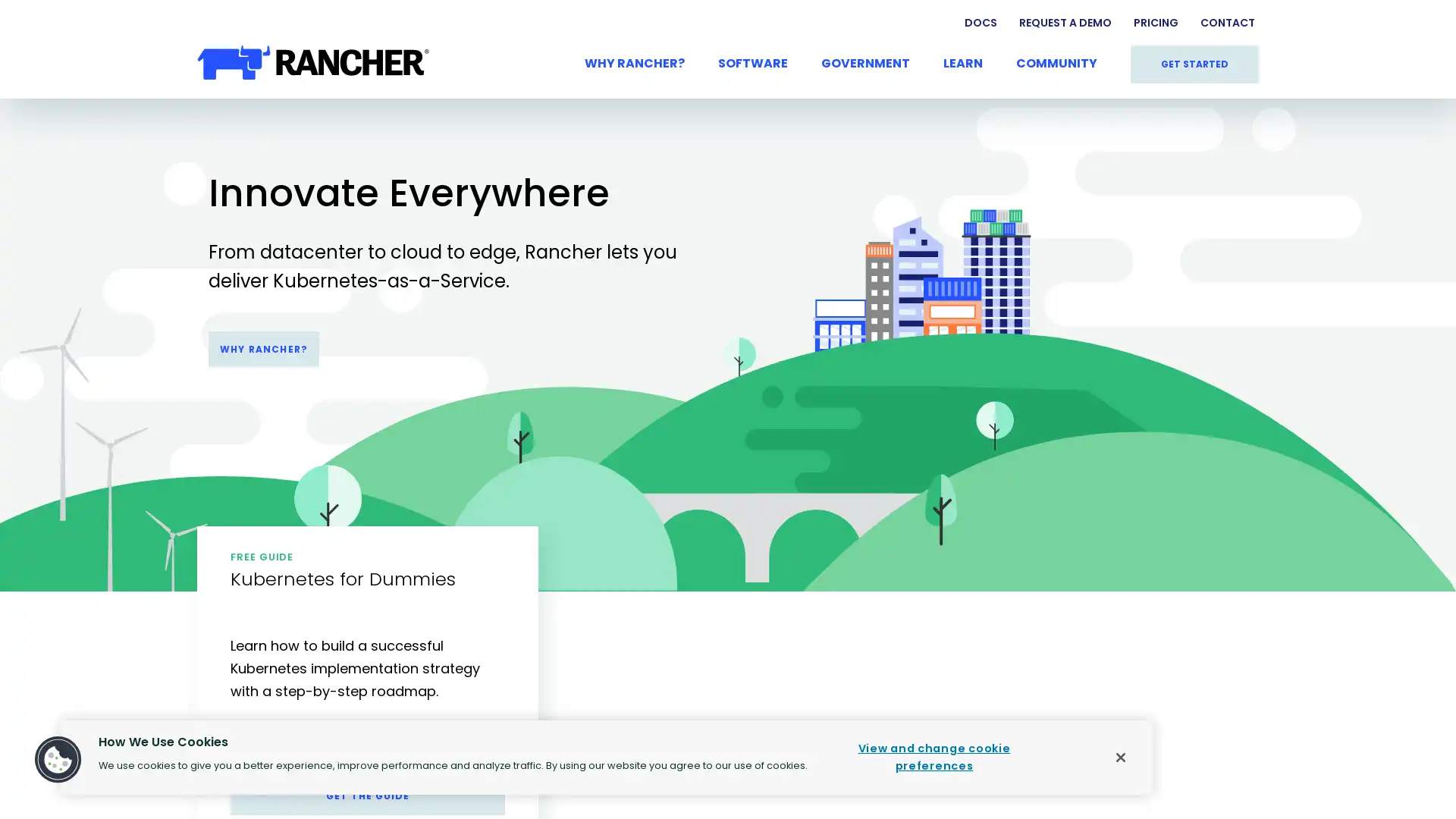  Describe the element at coordinates (58, 759) in the screenshot. I see `Cookies` at that location.